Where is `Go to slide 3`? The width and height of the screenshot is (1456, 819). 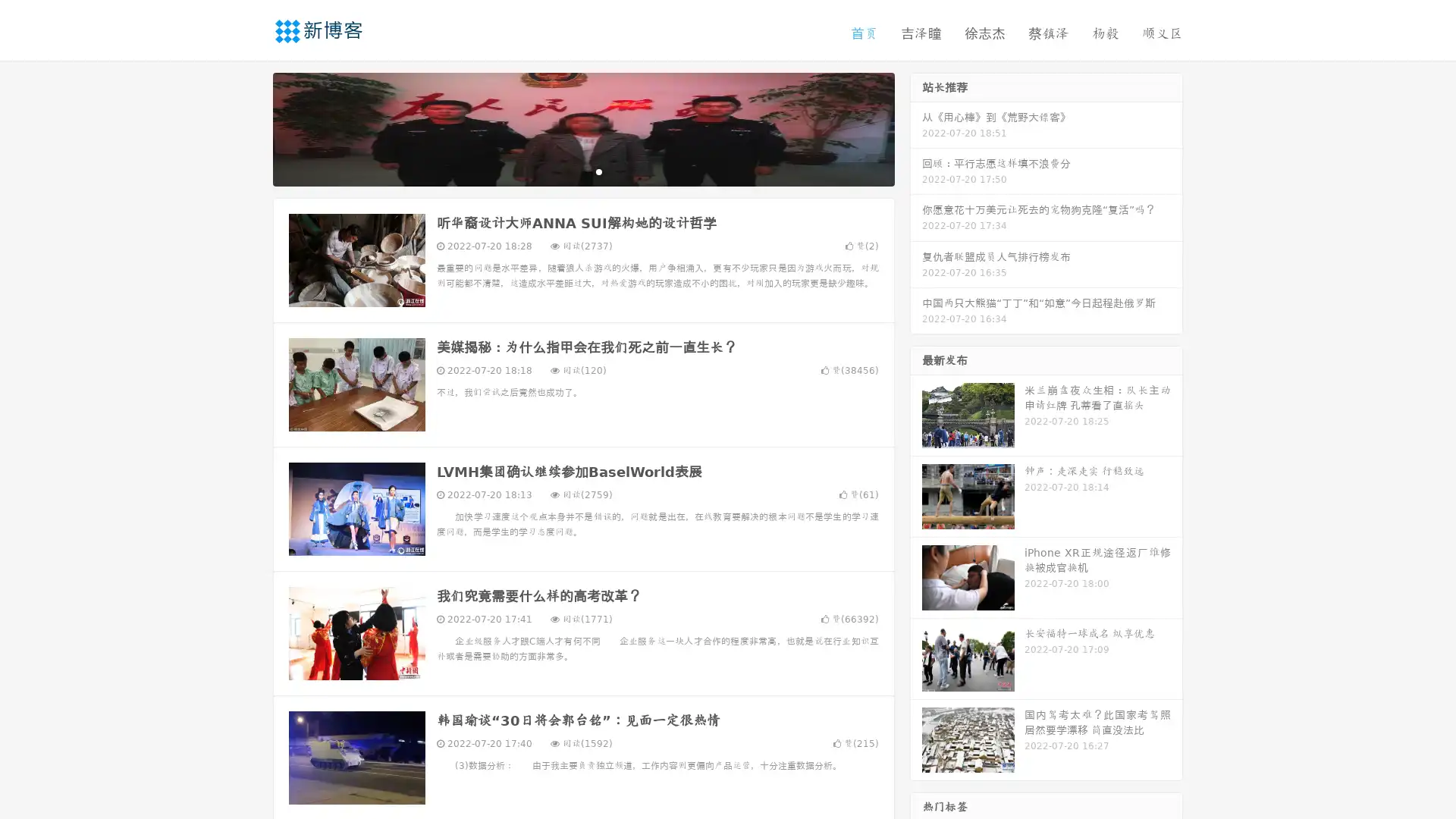
Go to slide 3 is located at coordinates (598, 171).